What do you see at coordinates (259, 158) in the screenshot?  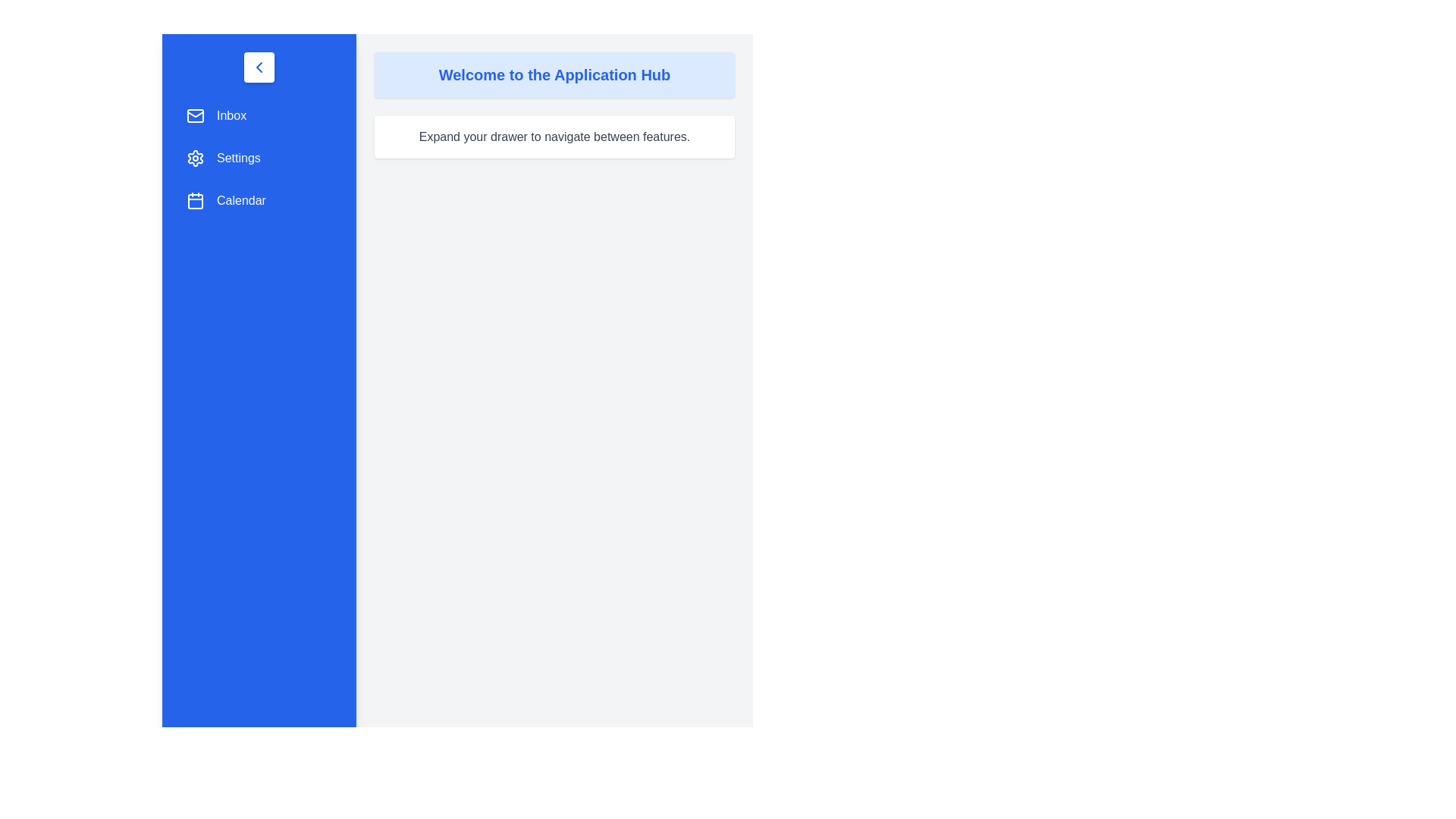 I see `the menu item Settings from the sidebar` at bounding box center [259, 158].